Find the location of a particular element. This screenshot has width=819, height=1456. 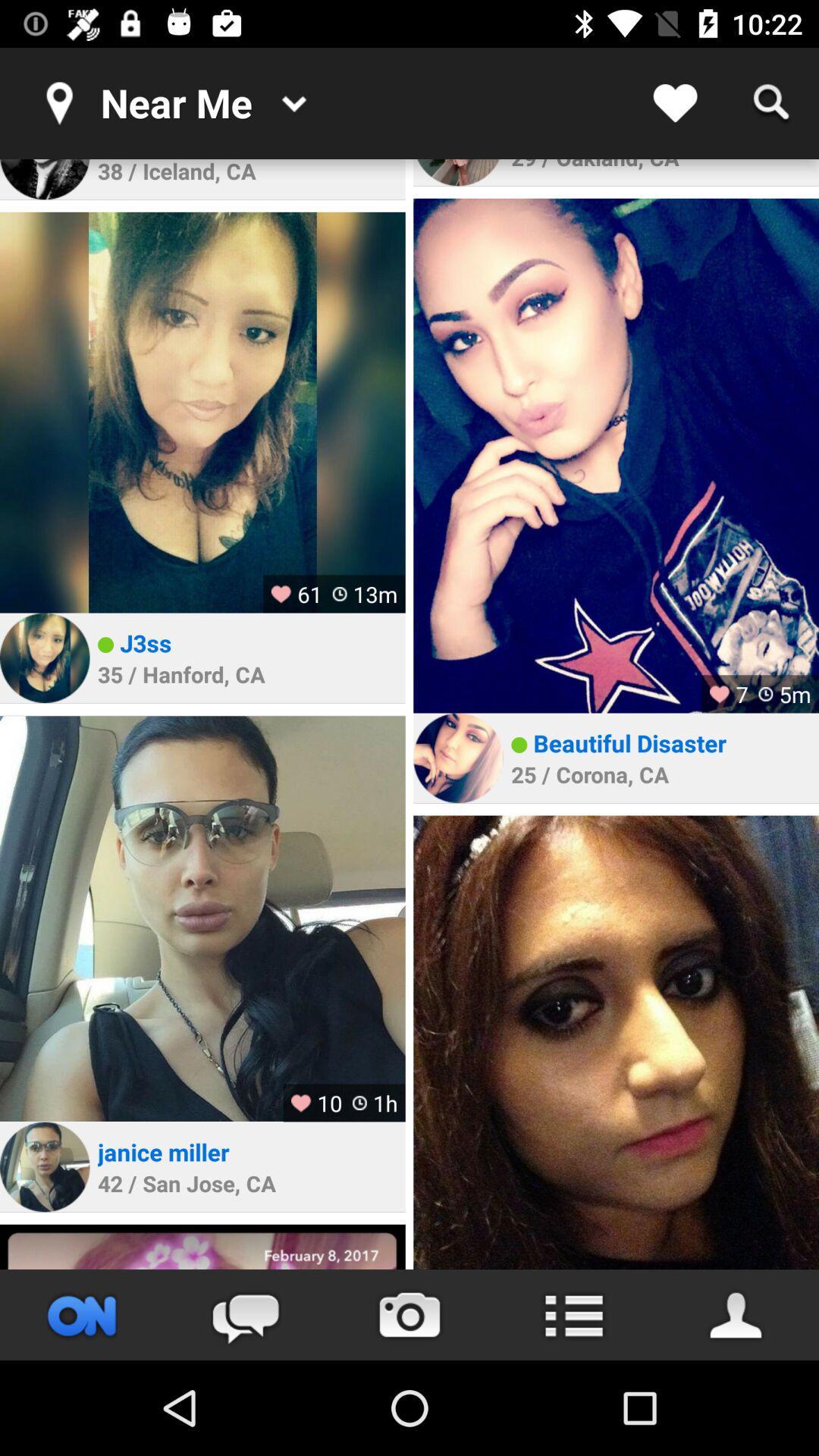

the list icon is located at coordinates (573, 1314).